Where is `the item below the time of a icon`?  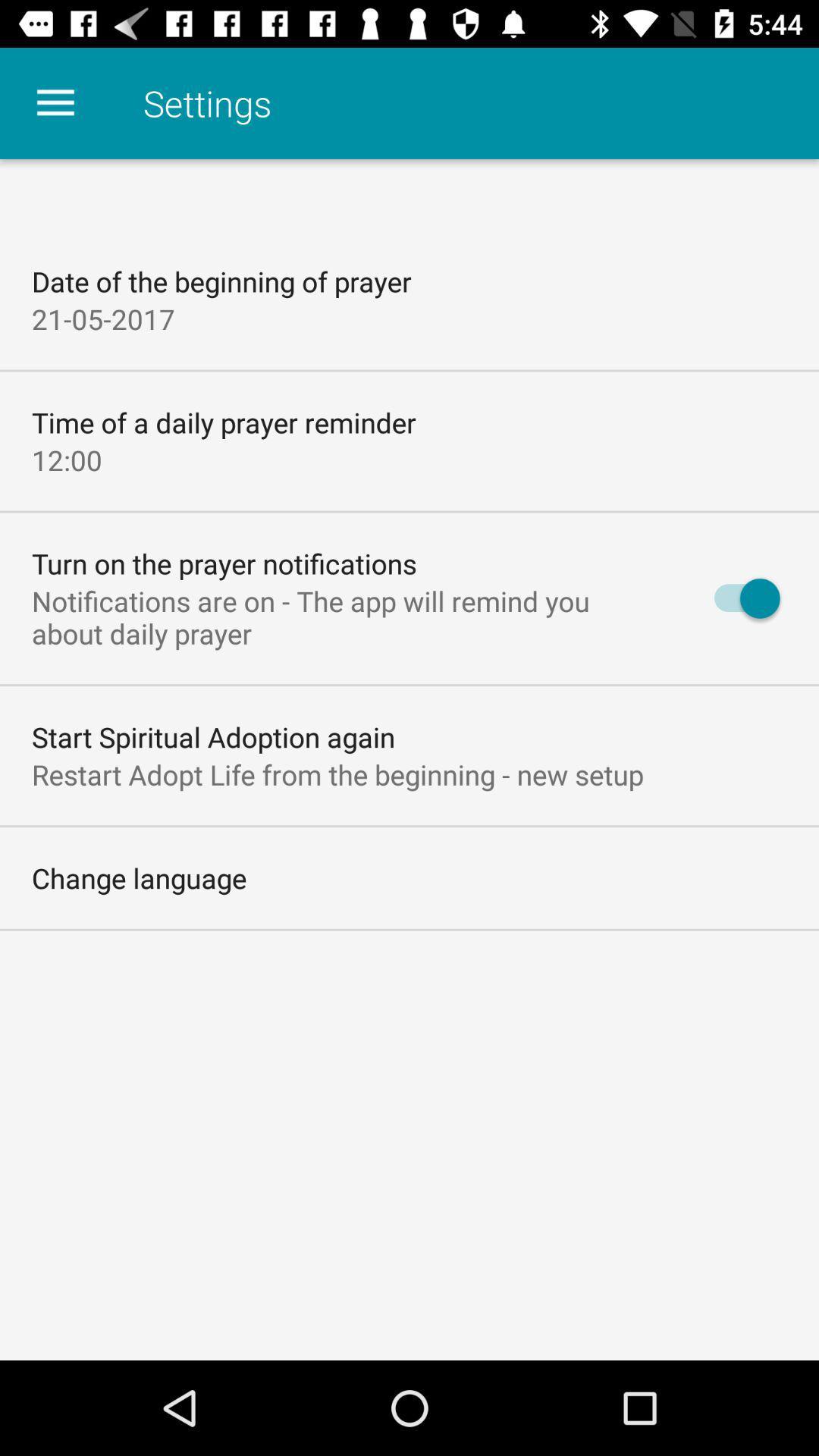
the item below the time of a icon is located at coordinates (66, 459).